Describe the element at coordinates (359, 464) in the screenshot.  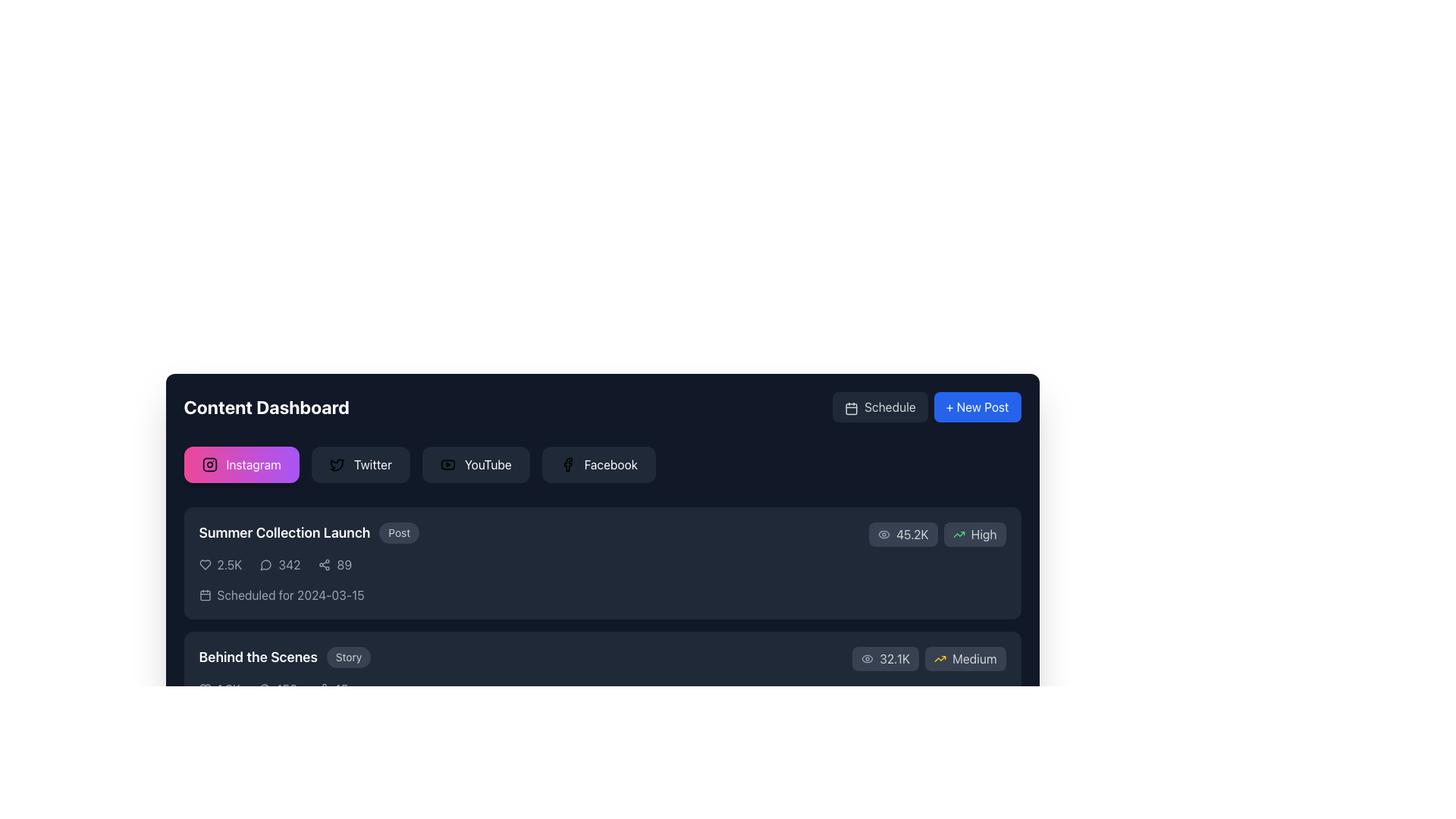
I see `the rectangular button with rounded corners that has a dark gray background and displays a white Twitter icon followed by the text 'Twitter'` at that location.